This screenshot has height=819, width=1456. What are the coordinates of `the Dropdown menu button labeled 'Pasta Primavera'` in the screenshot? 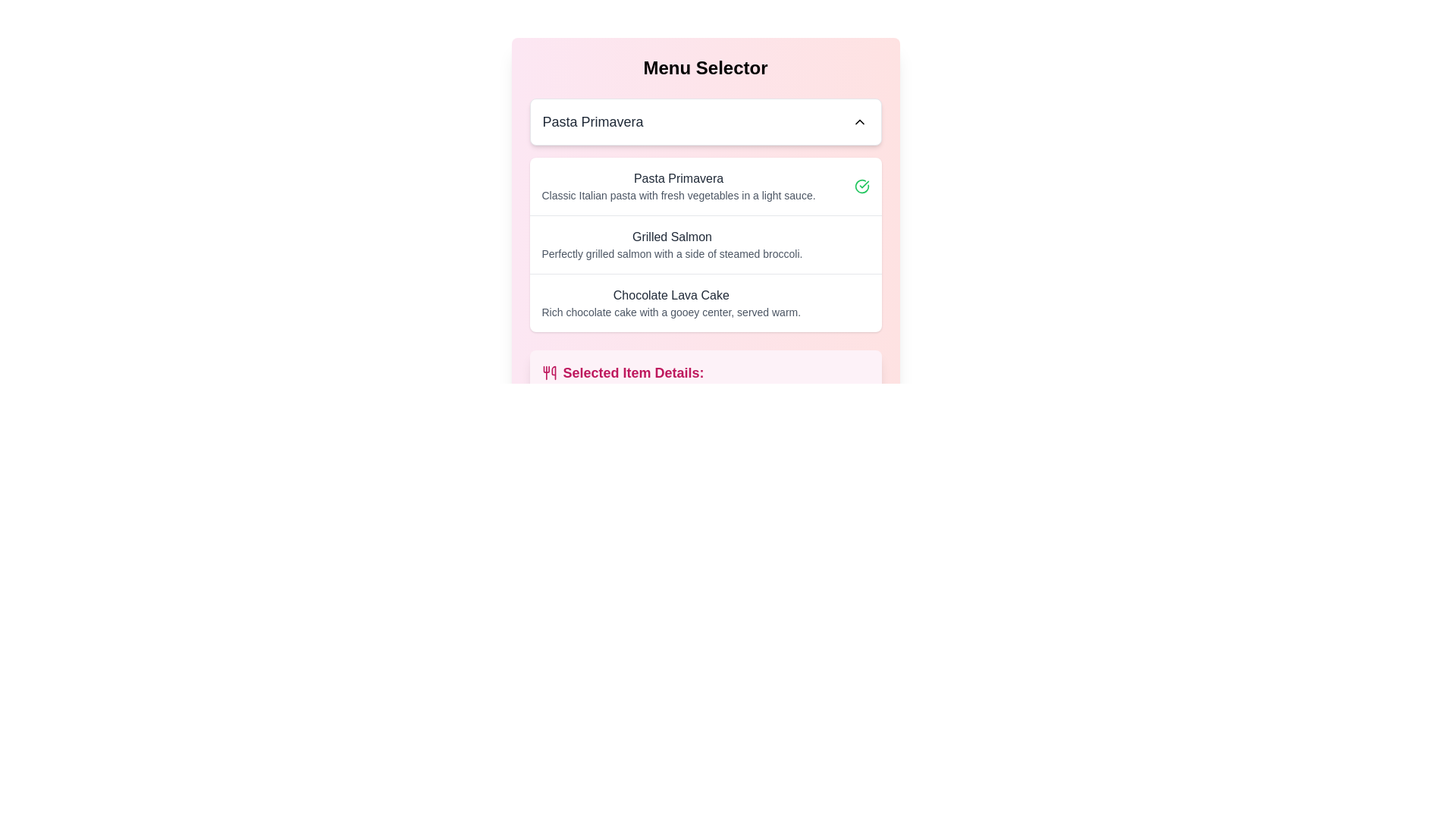 It's located at (704, 121).